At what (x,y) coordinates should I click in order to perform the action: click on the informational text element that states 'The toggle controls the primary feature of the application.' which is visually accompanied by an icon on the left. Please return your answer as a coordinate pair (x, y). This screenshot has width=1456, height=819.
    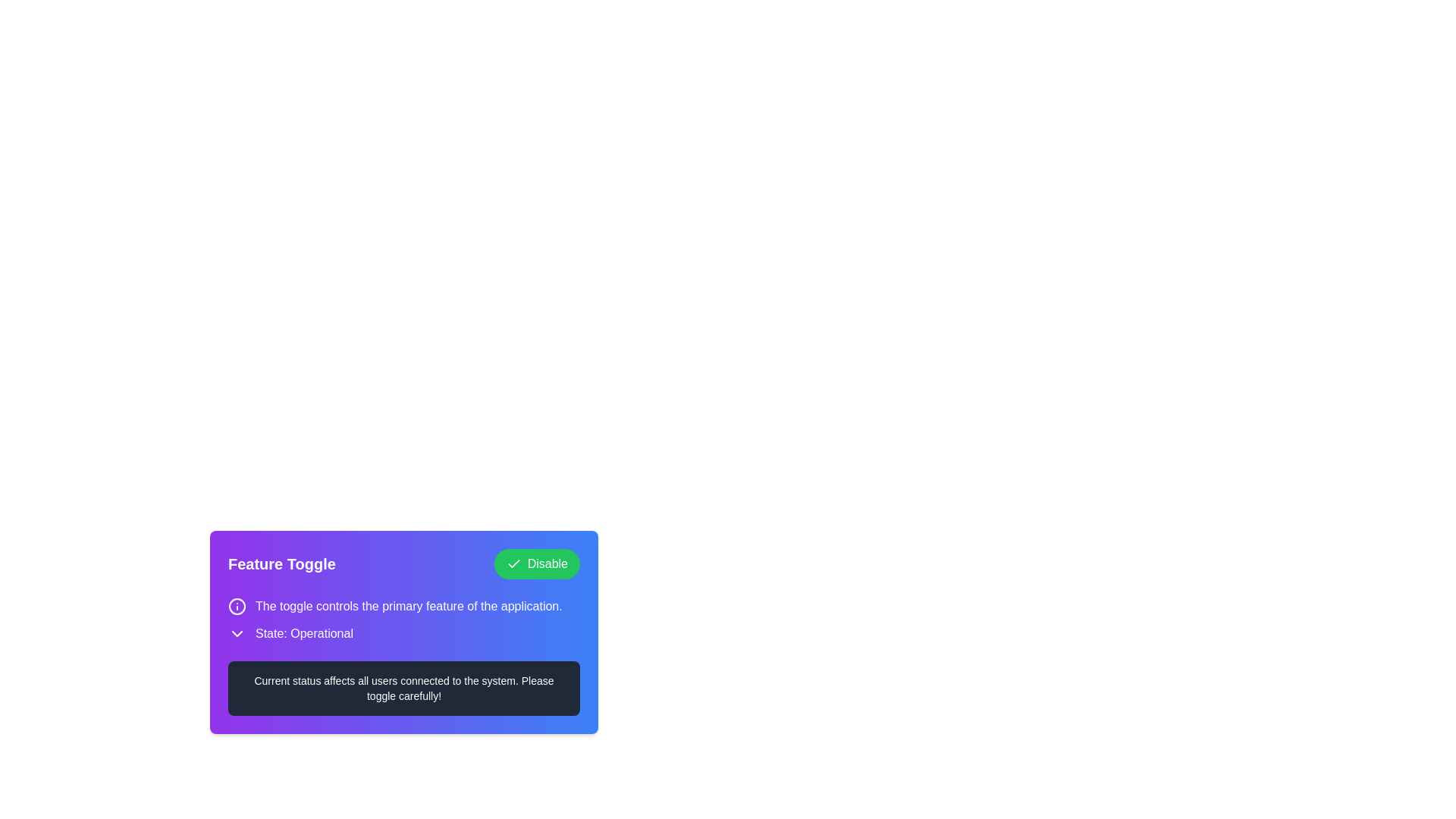
    Looking at the image, I should click on (403, 605).